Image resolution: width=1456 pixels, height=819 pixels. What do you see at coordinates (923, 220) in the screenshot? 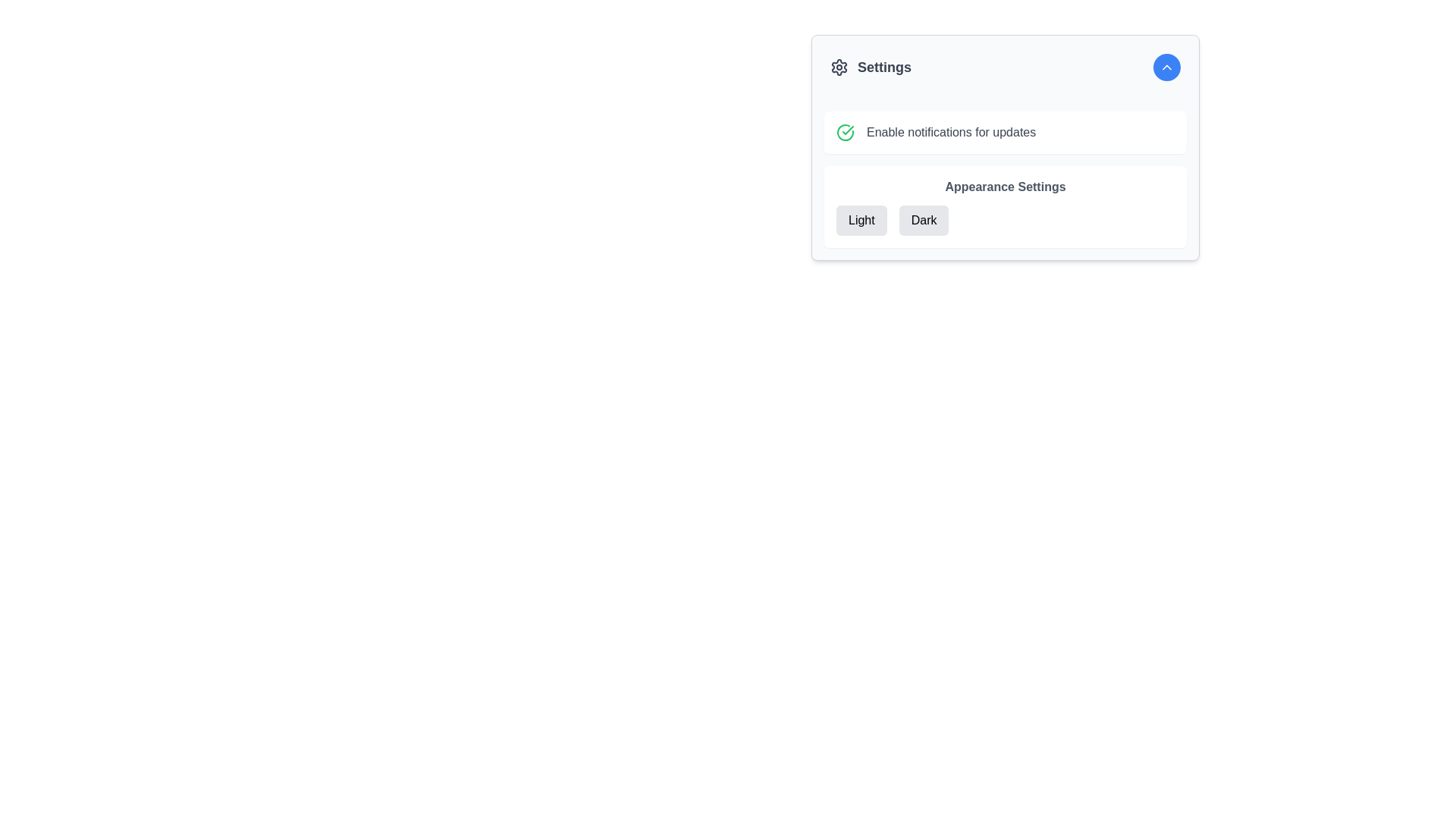
I see `the 'Dark' appearance mode button located in the lower section of the settings panel under the 'Appearance Settings' heading` at bounding box center [923, 220].